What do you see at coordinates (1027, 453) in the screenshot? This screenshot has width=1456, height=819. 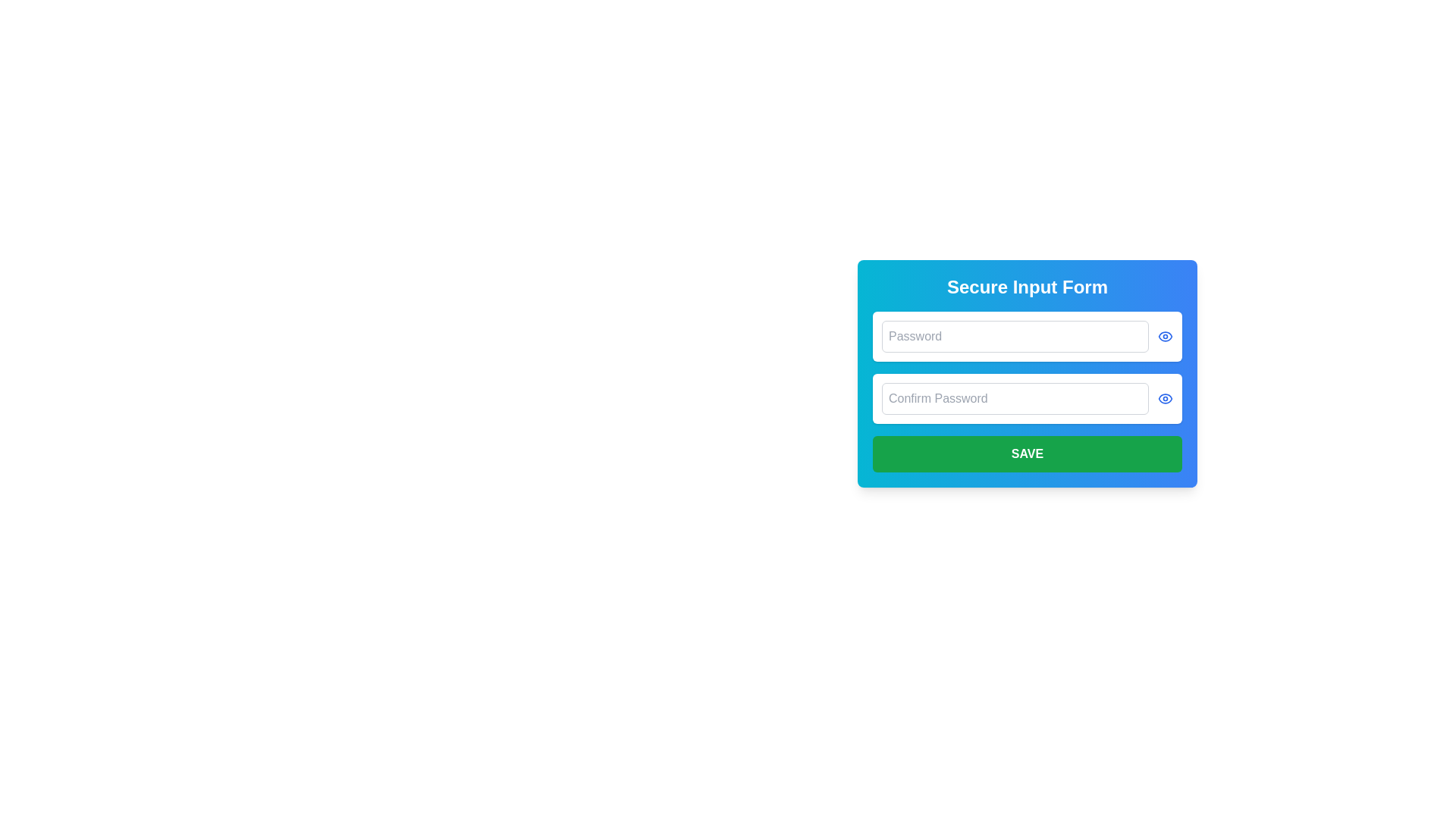 I see `the 'Save' button, which is a green rectangular button with bold white capitalized text, located at the bottom of the 'Secure Input Form' dialog` at bounding box center [1027, 453].